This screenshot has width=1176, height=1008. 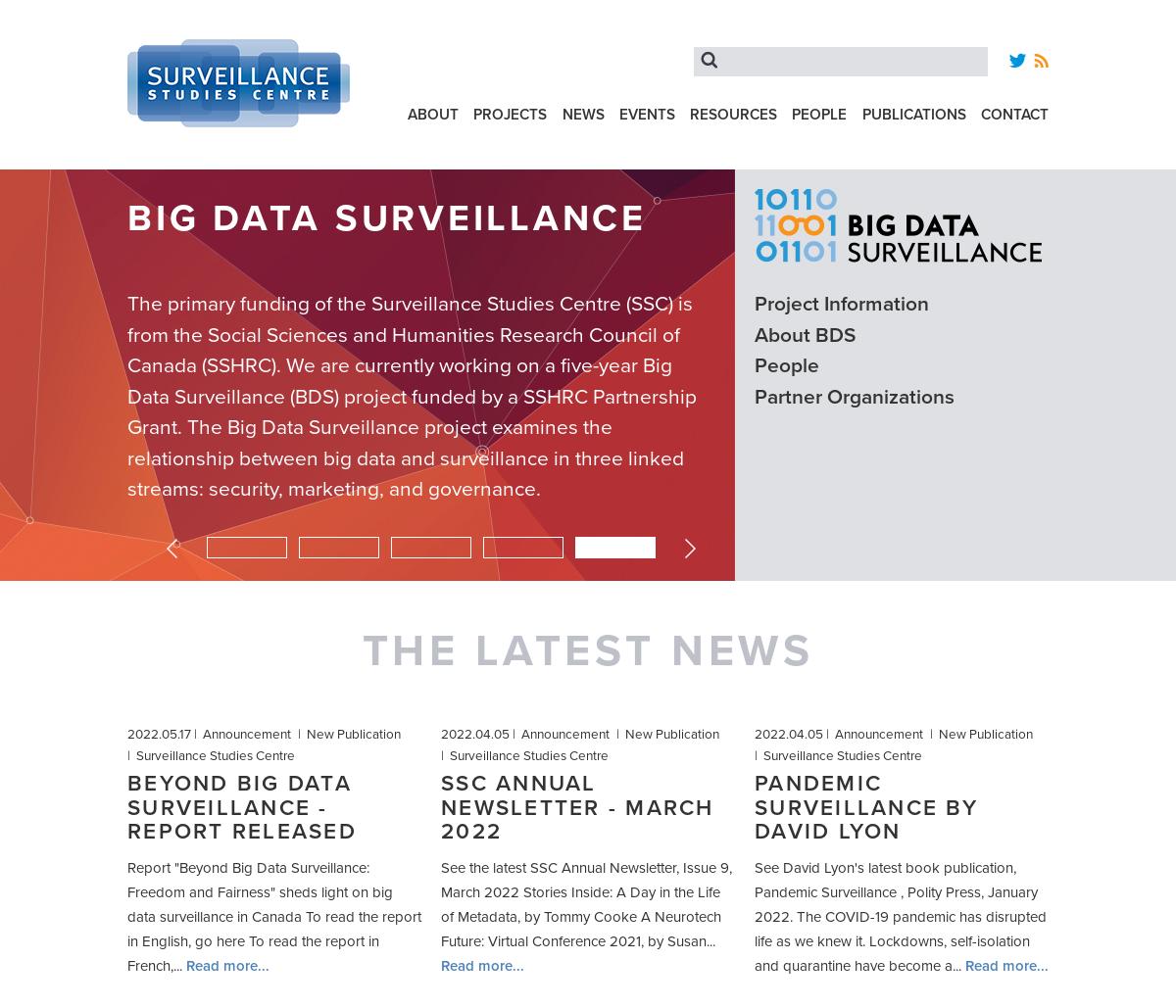 What do you see at coordinates (818, 113) in the screenshot?
I see `'People'` at bounding box center [818, 113].